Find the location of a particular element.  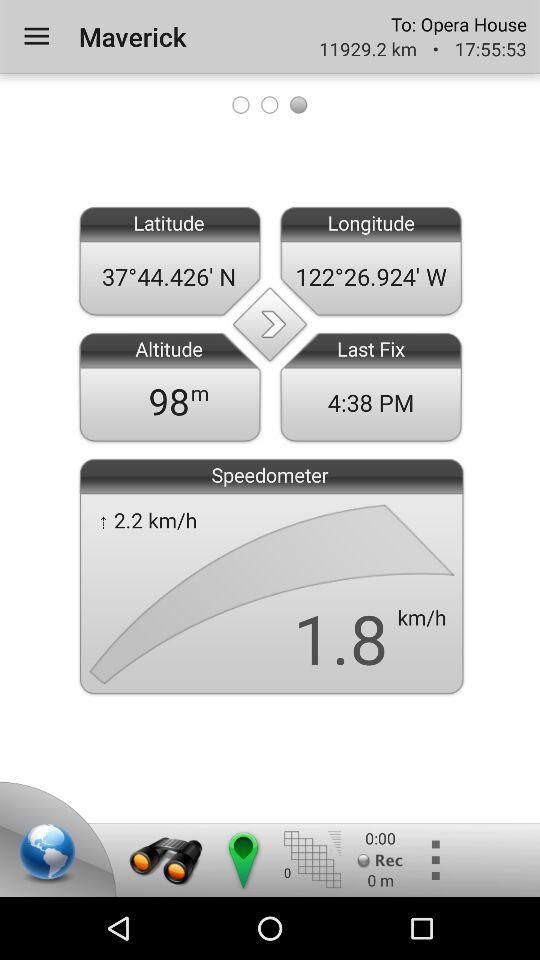

zoom in is located at coordinates (165, 859).